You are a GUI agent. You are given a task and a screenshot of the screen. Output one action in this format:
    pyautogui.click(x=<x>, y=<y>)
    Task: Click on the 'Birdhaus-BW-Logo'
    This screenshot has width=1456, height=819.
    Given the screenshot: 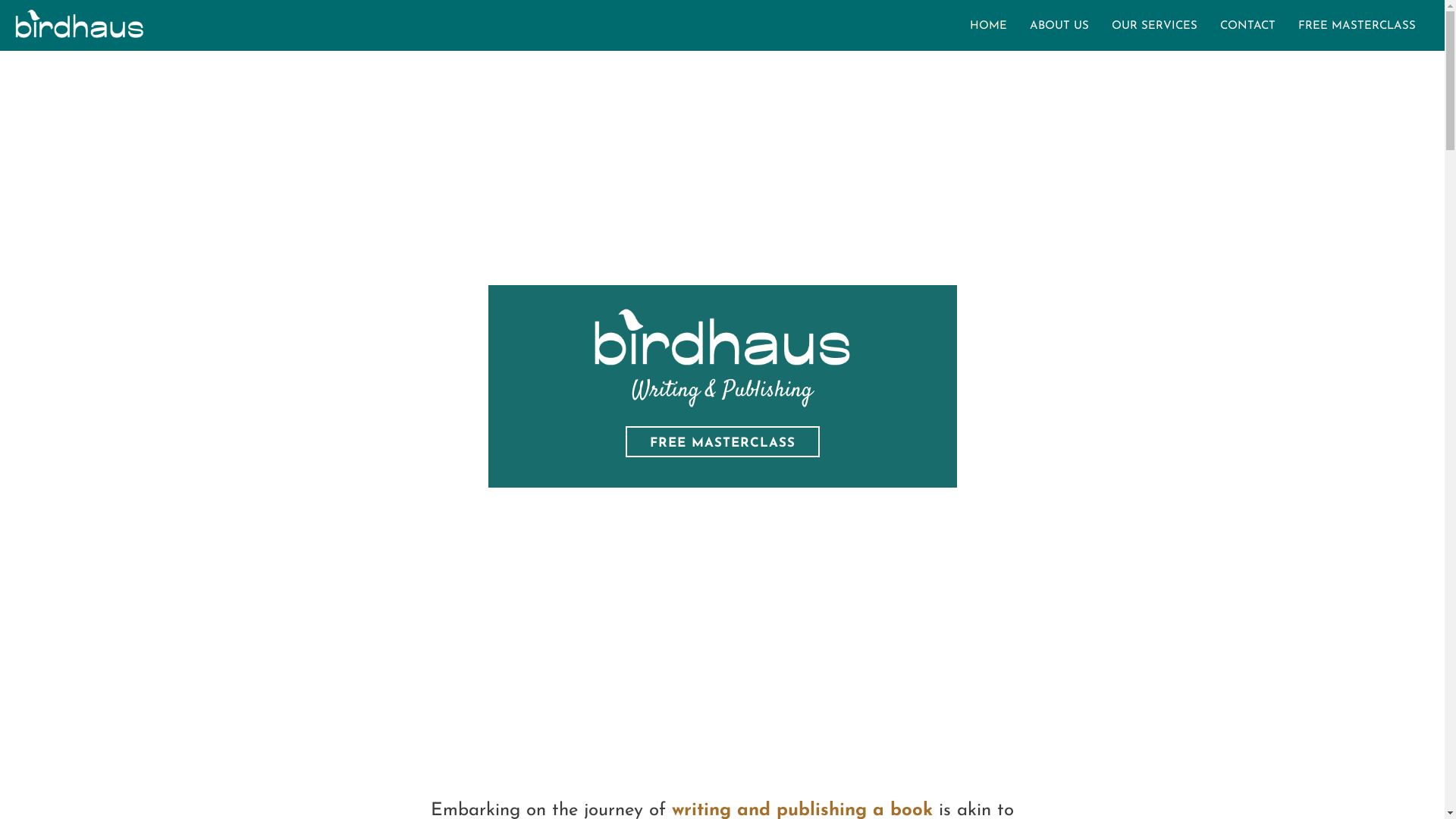 What is the action you would take?
    pyautogui.click(x=79, y=23)
    